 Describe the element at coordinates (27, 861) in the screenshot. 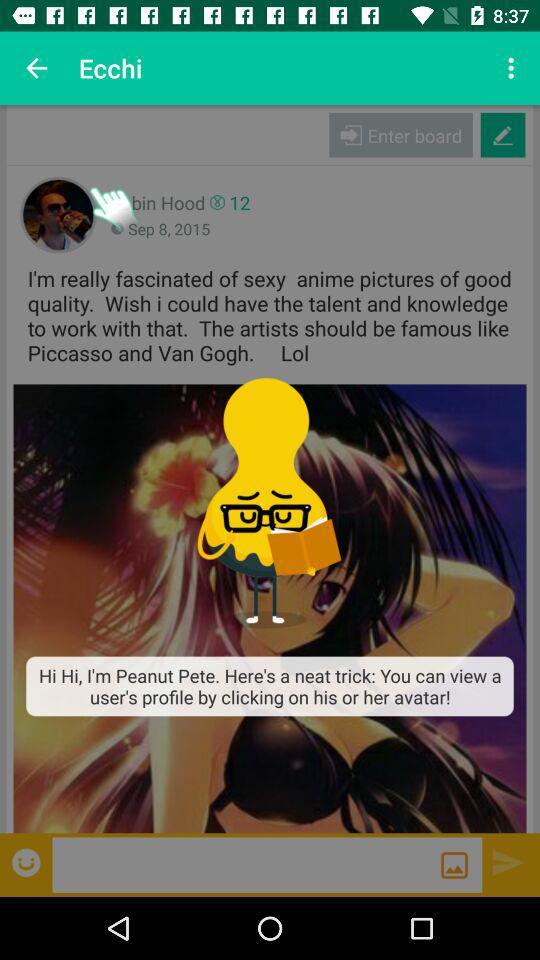

I see `smiley button` at that location.